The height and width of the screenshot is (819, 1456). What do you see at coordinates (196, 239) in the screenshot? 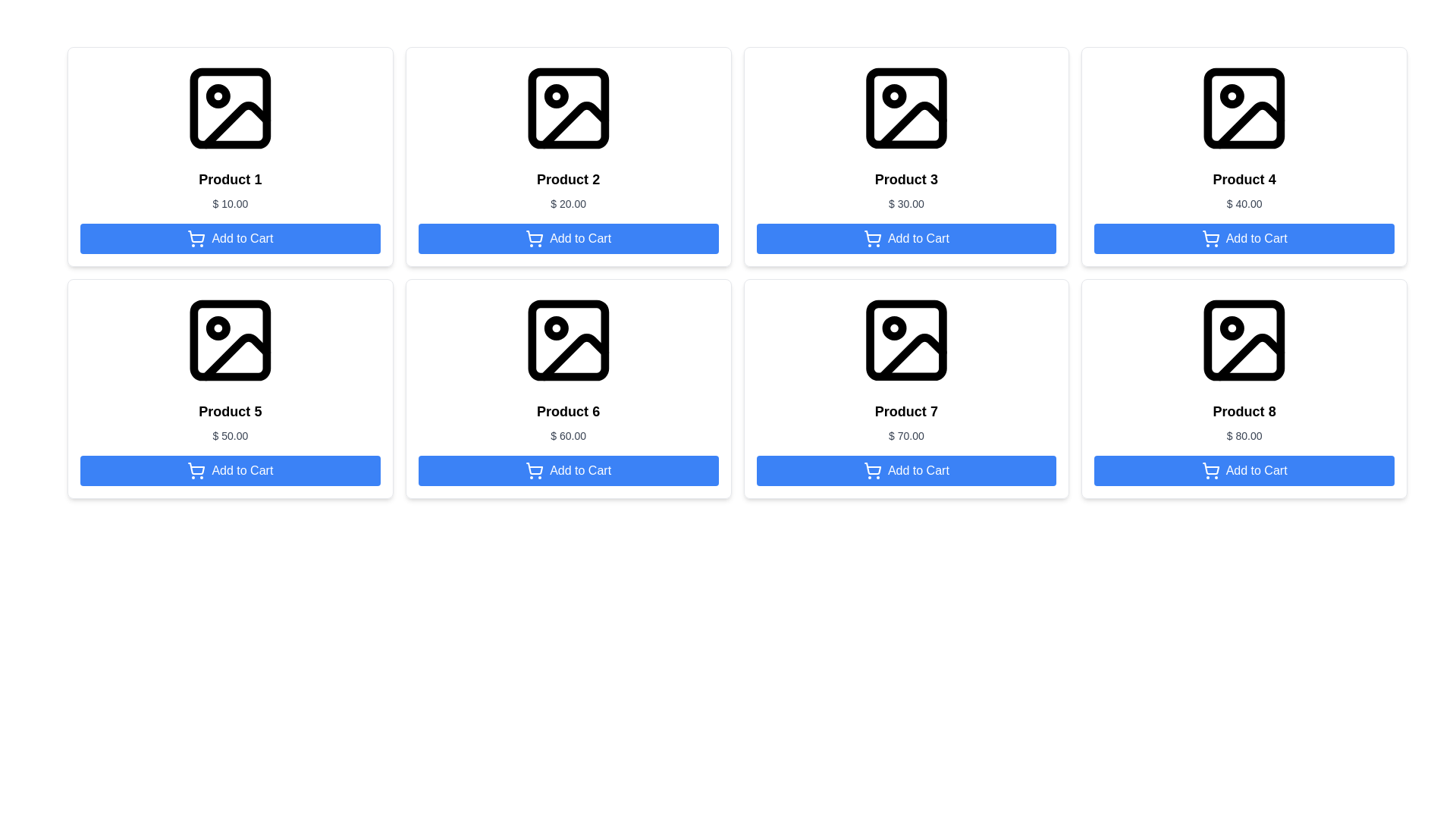
I see `the shopping cart icon located within the 'Add to Cart' button for 'Product 1'` at bounding box center [196, 239].